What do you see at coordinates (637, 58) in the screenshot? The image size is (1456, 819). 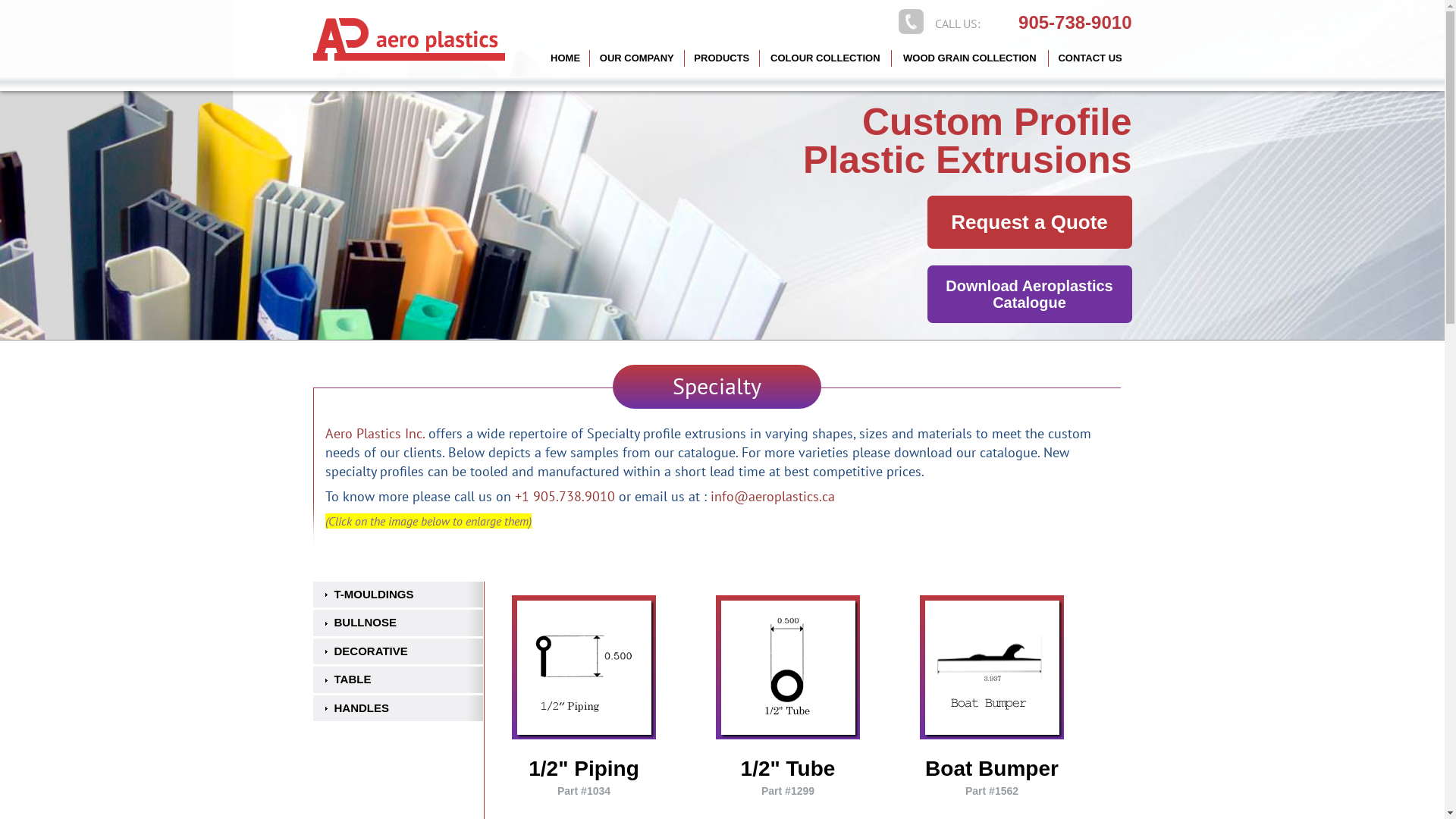 I see `'OUR COMPANY'` at bounding box center [637, 58].